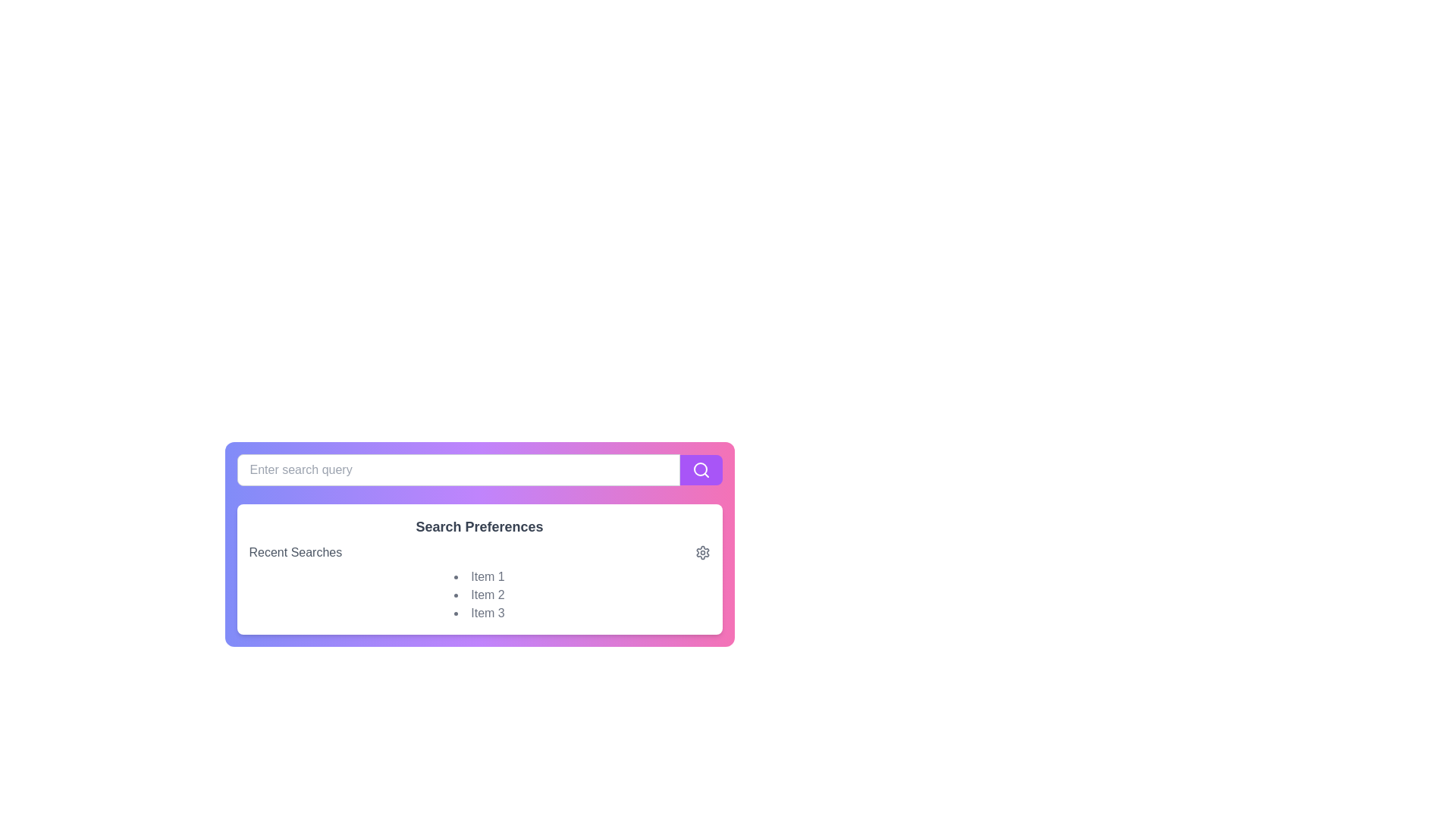  What do you see at coordinates (699, 468) in the screenshot?
I see `the SVG circle representing the magnifying glass icon in the top-right corner of the search bar` at bounding box center [699, 468].